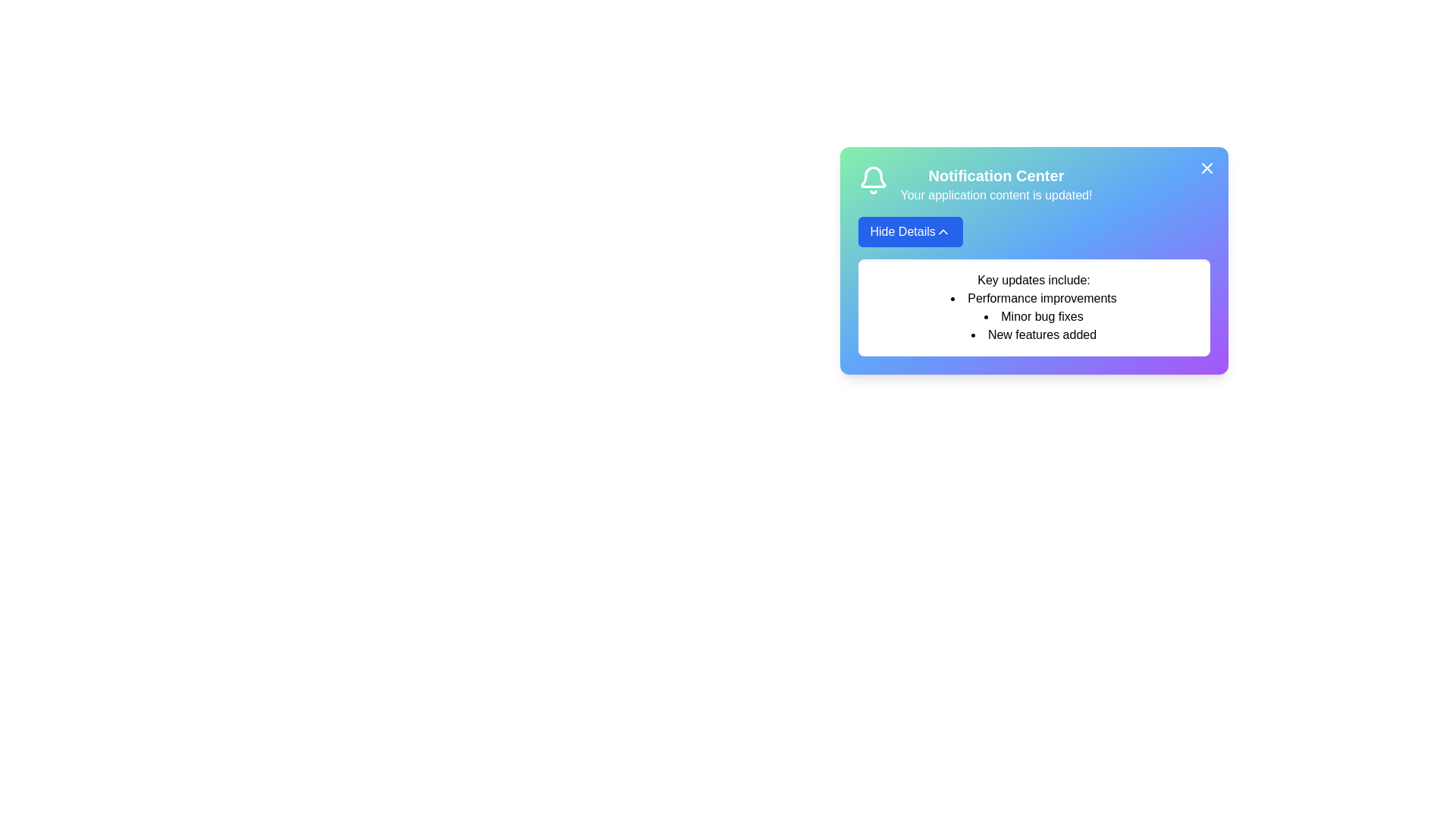 This screenshot has height=819, width=1456. What do you see at coordinates (1206, 168) in the screenshot?
I see `the close button (X) to dismiss the notification` at bounding box center [1206, 168].